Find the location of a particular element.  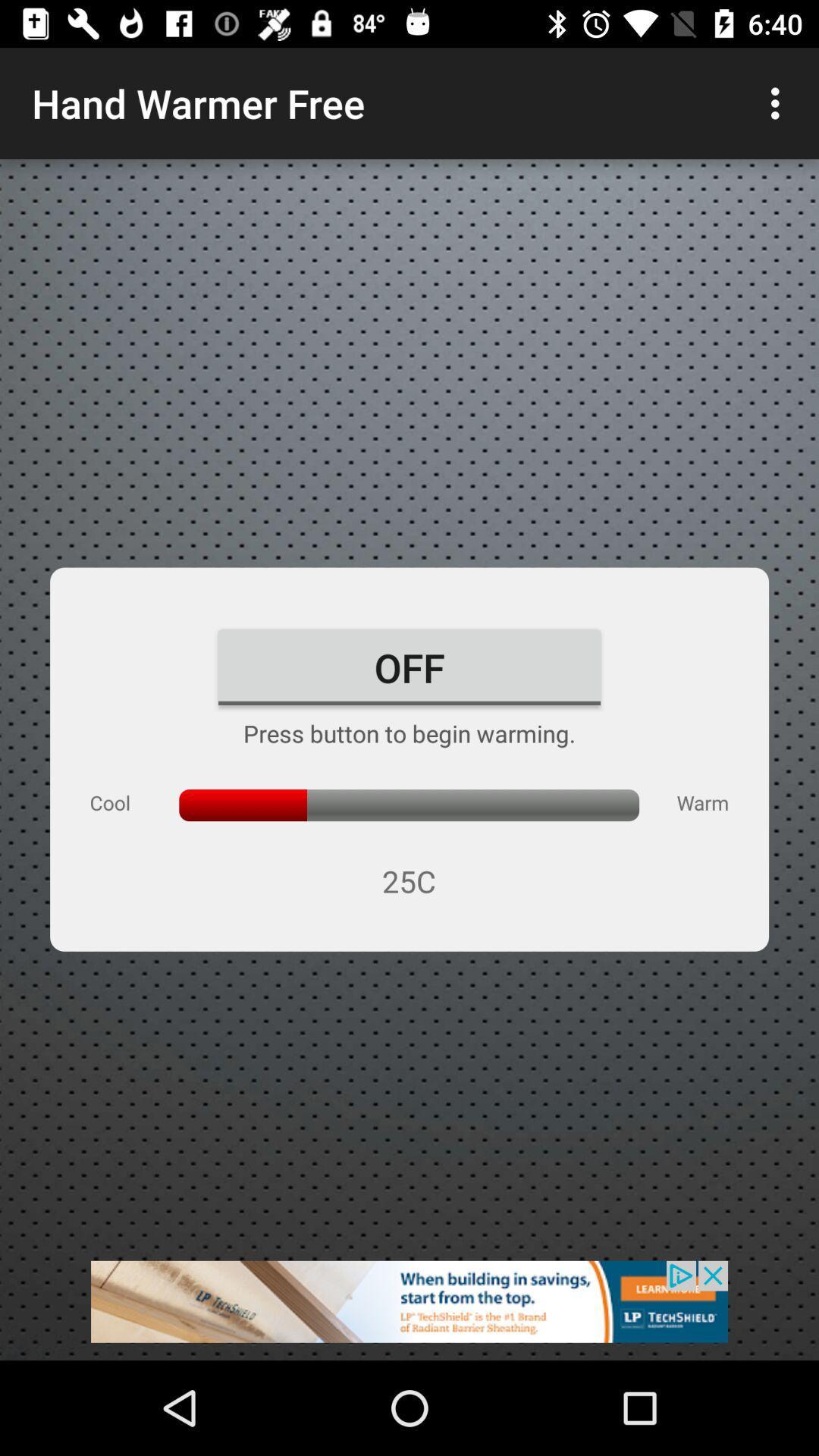

click on the banner is located at coordinates (409, 1310).